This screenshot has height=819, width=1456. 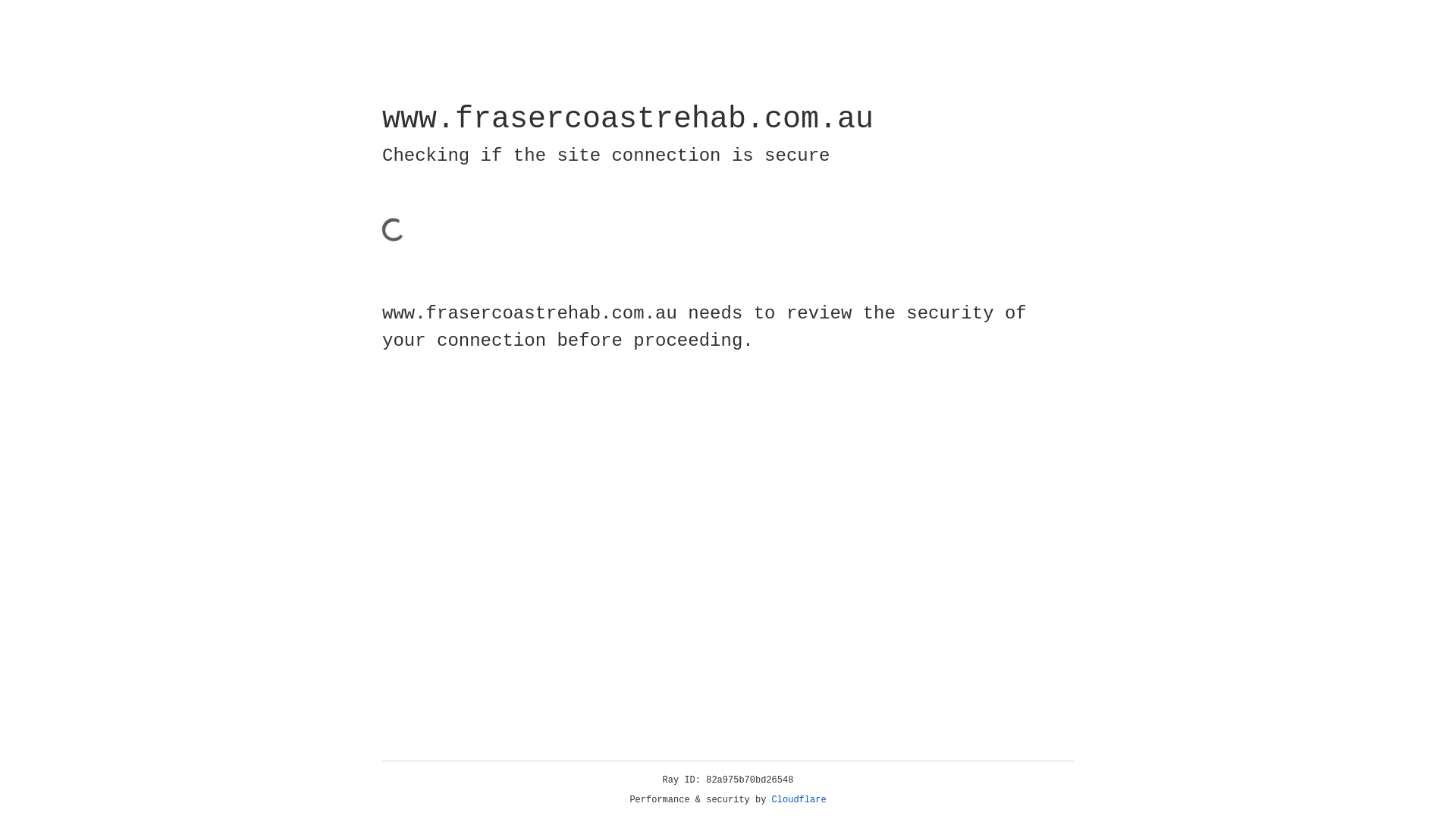 I want to click on 'Cloudflare', so click(x=771, y=799).